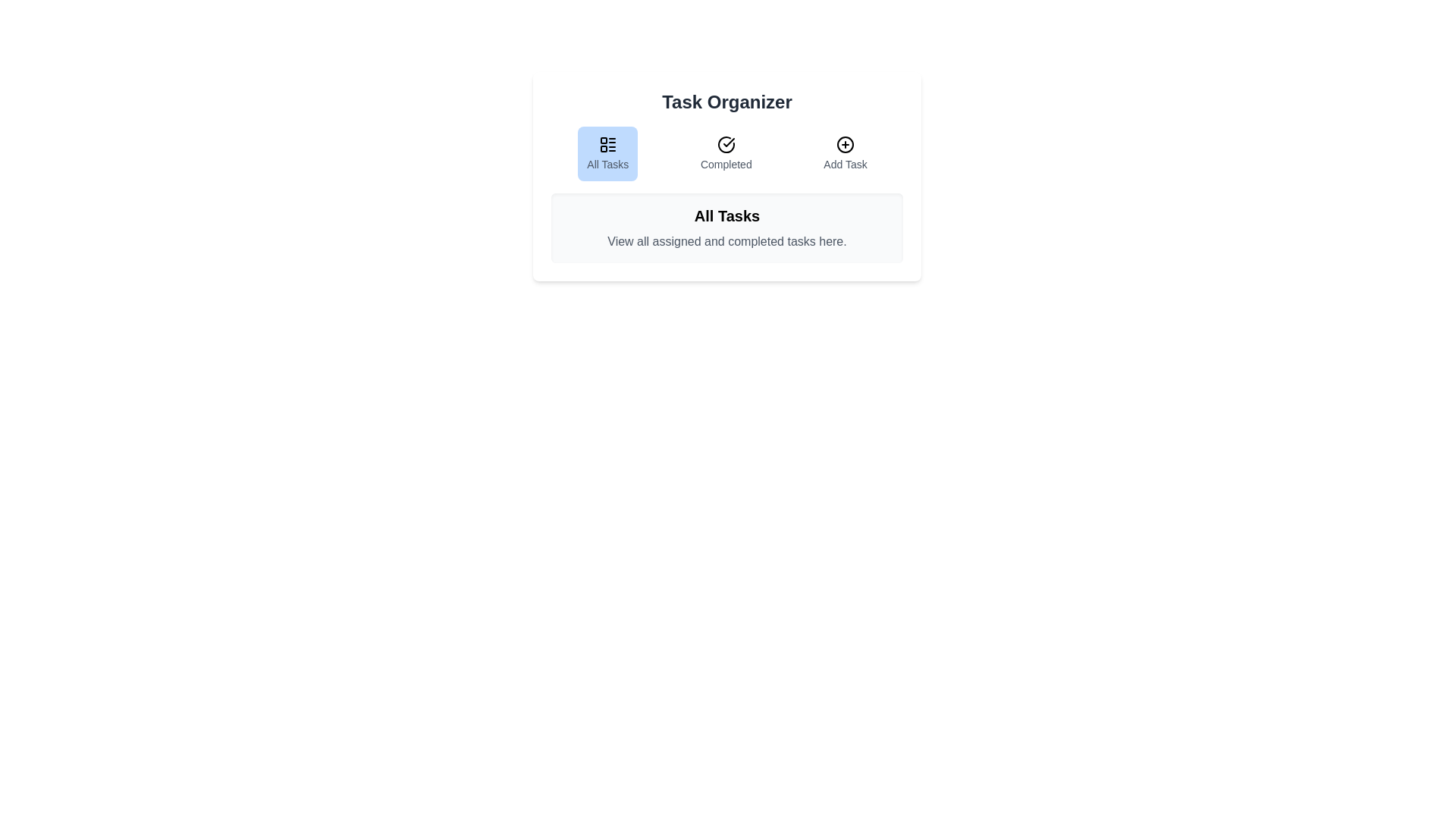 This screenshot has width=1456, height=819. What do you see at coordinates (844, 154) in the screenshot?
I see `the Add Task tab to switch to its content` at bounding box center [844, 154].